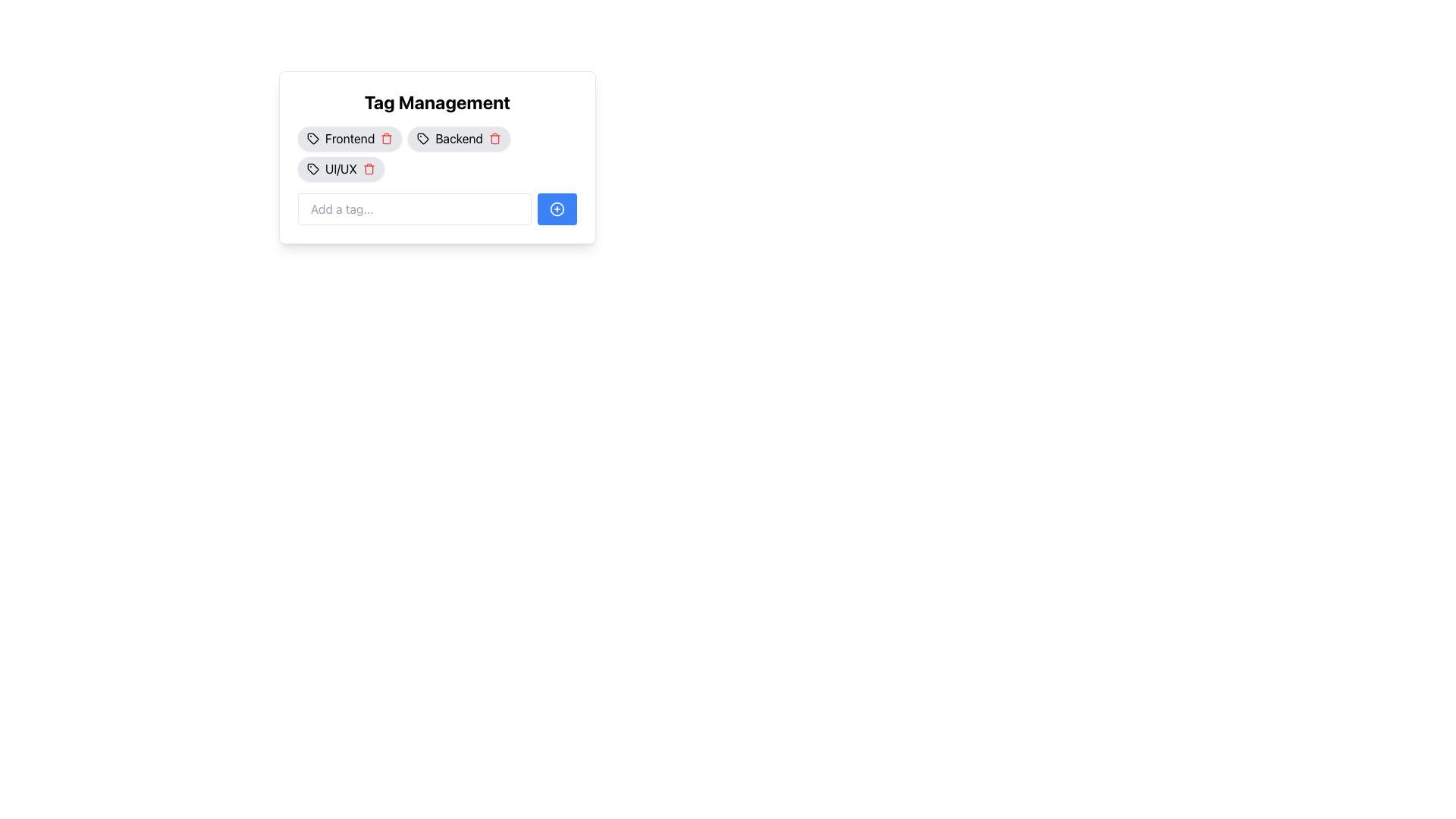  What do you see at coordinates (369, 169) in the screenshot?
I see `the clickable icon located on the rightmost side of the 'UI/UX' tag in the 'Tag Management' section` at bounding box center [369, 169].